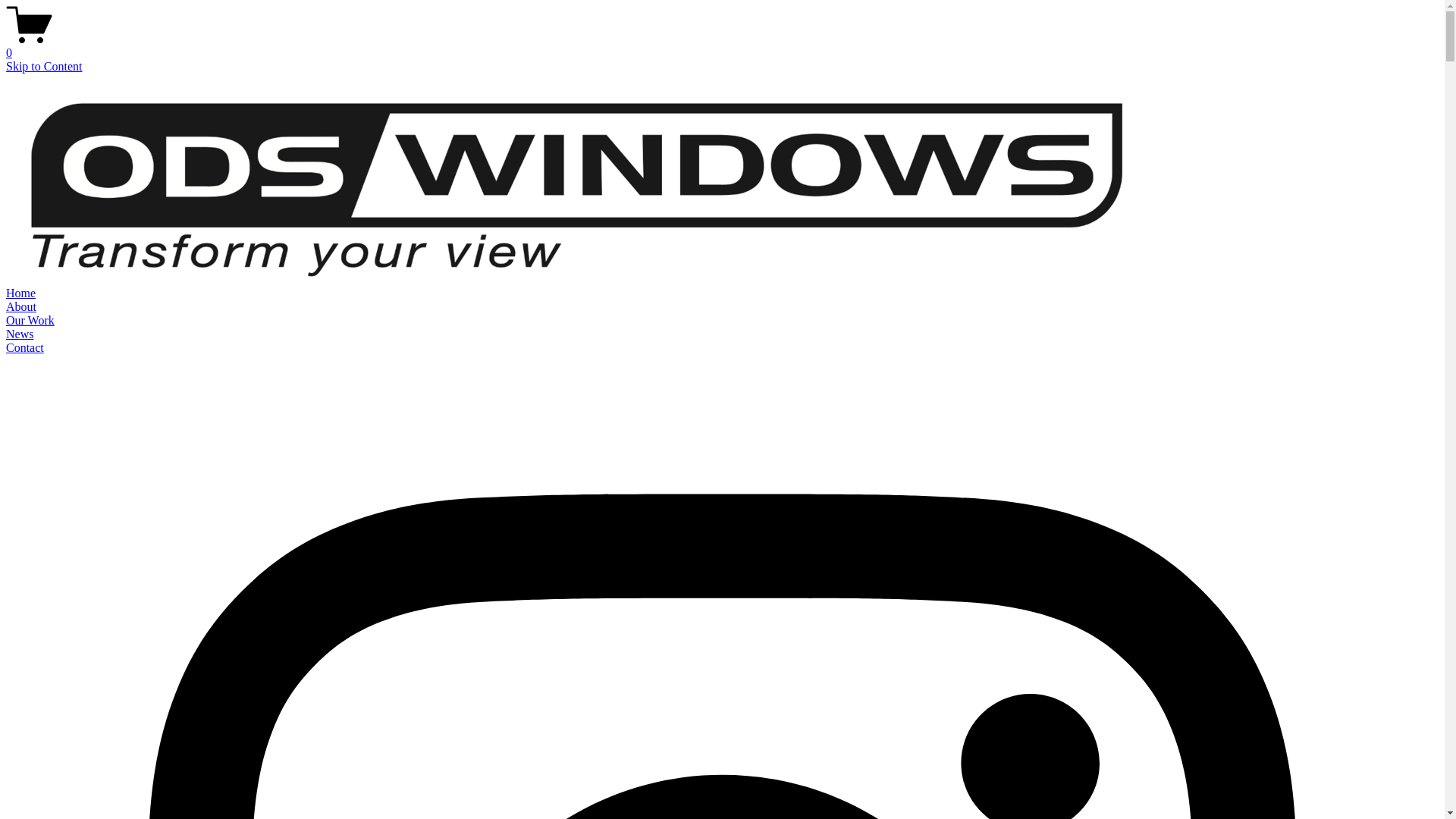 Image resolution: width=1456 pixels, height=819 pixels. I want to click on 'Skip to Content', so click(43, 65).